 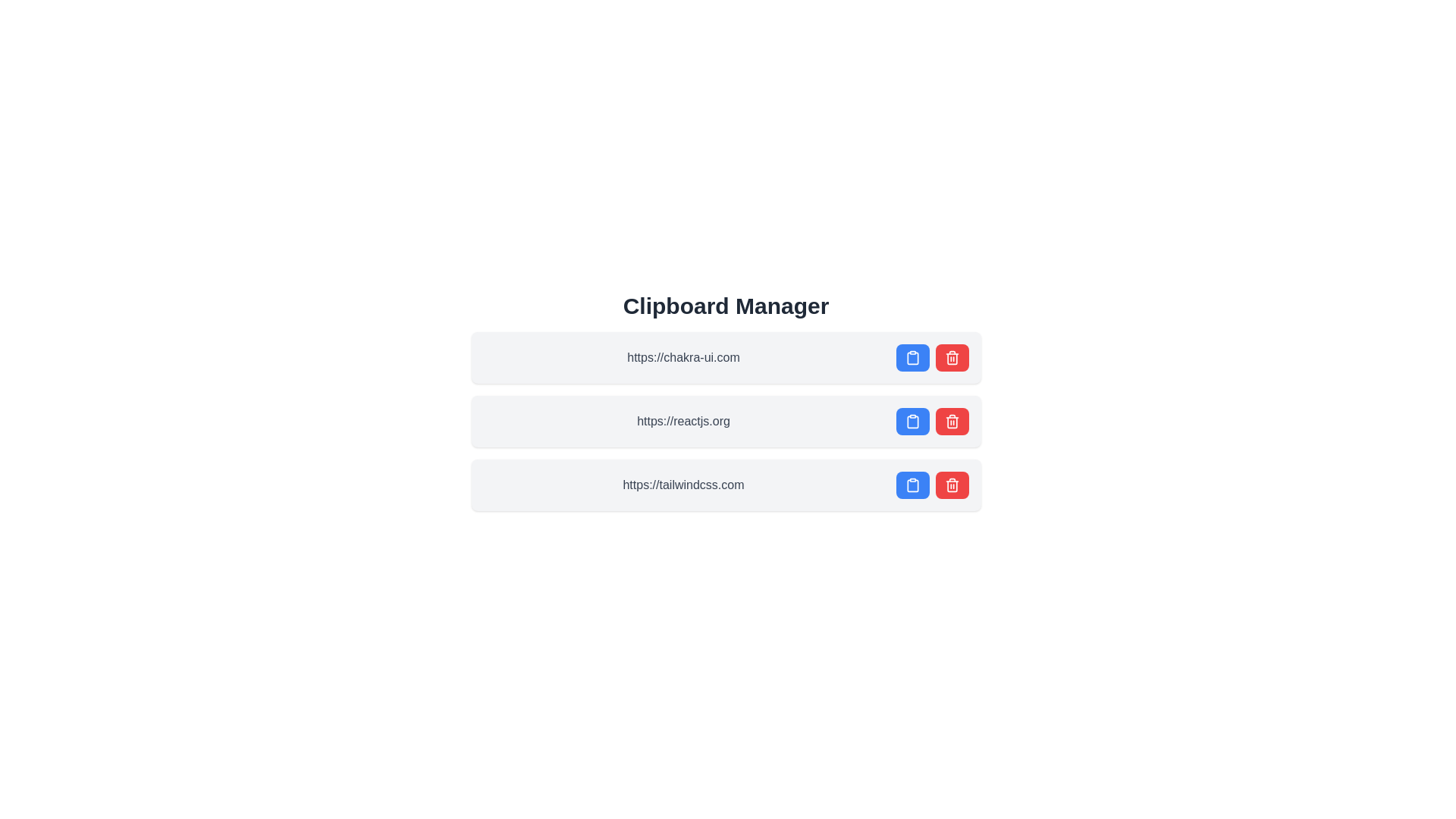 I want to click on the deletion button located in the third row, second from the right, which is aligned with a blue button and associated with the URL 'https://tailwindcss.com', so click(x=951, y=485).